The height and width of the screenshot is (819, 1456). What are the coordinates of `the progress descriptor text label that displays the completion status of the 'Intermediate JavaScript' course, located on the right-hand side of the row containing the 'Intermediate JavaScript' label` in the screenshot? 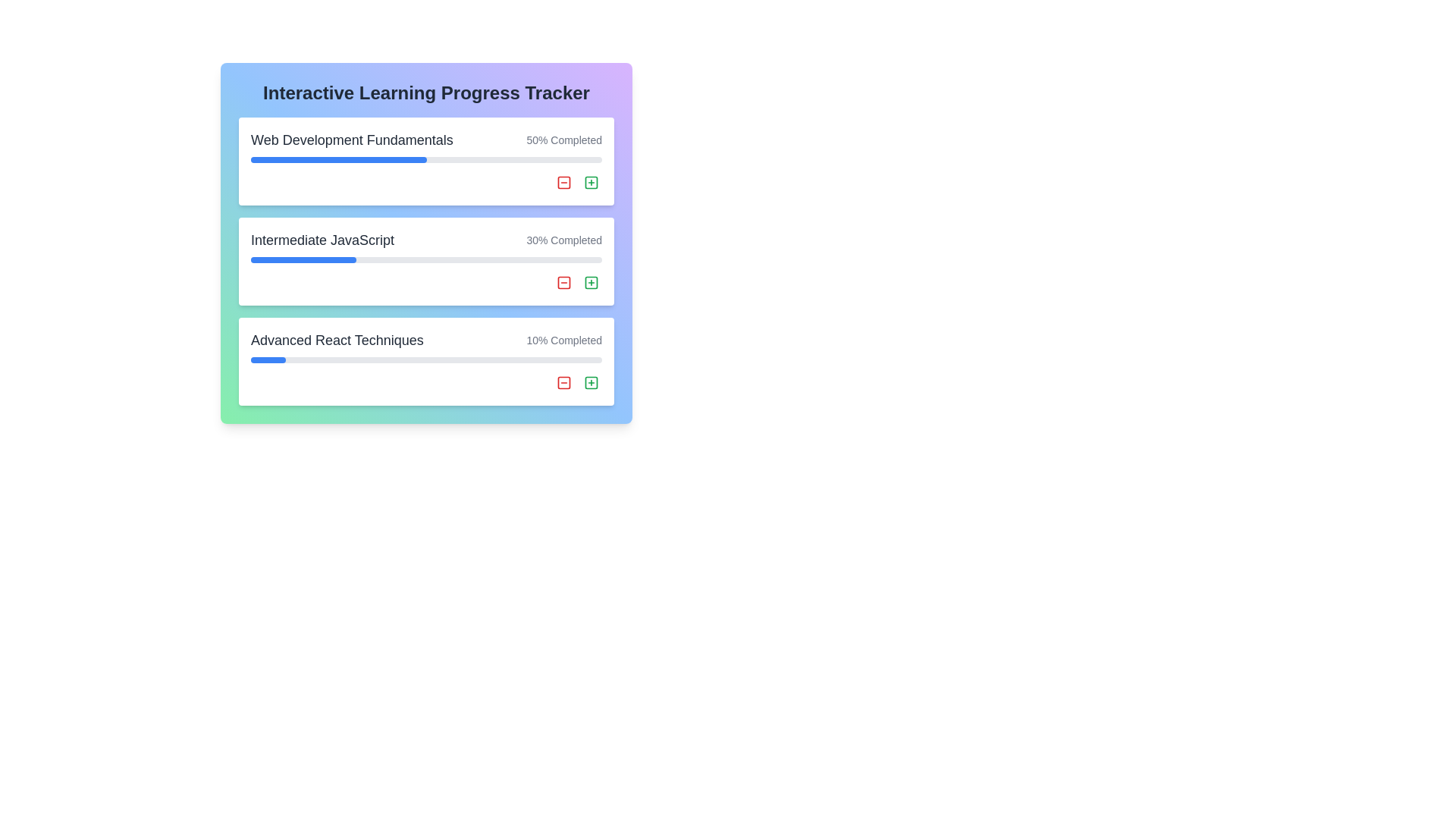 It's located at (563, 239).